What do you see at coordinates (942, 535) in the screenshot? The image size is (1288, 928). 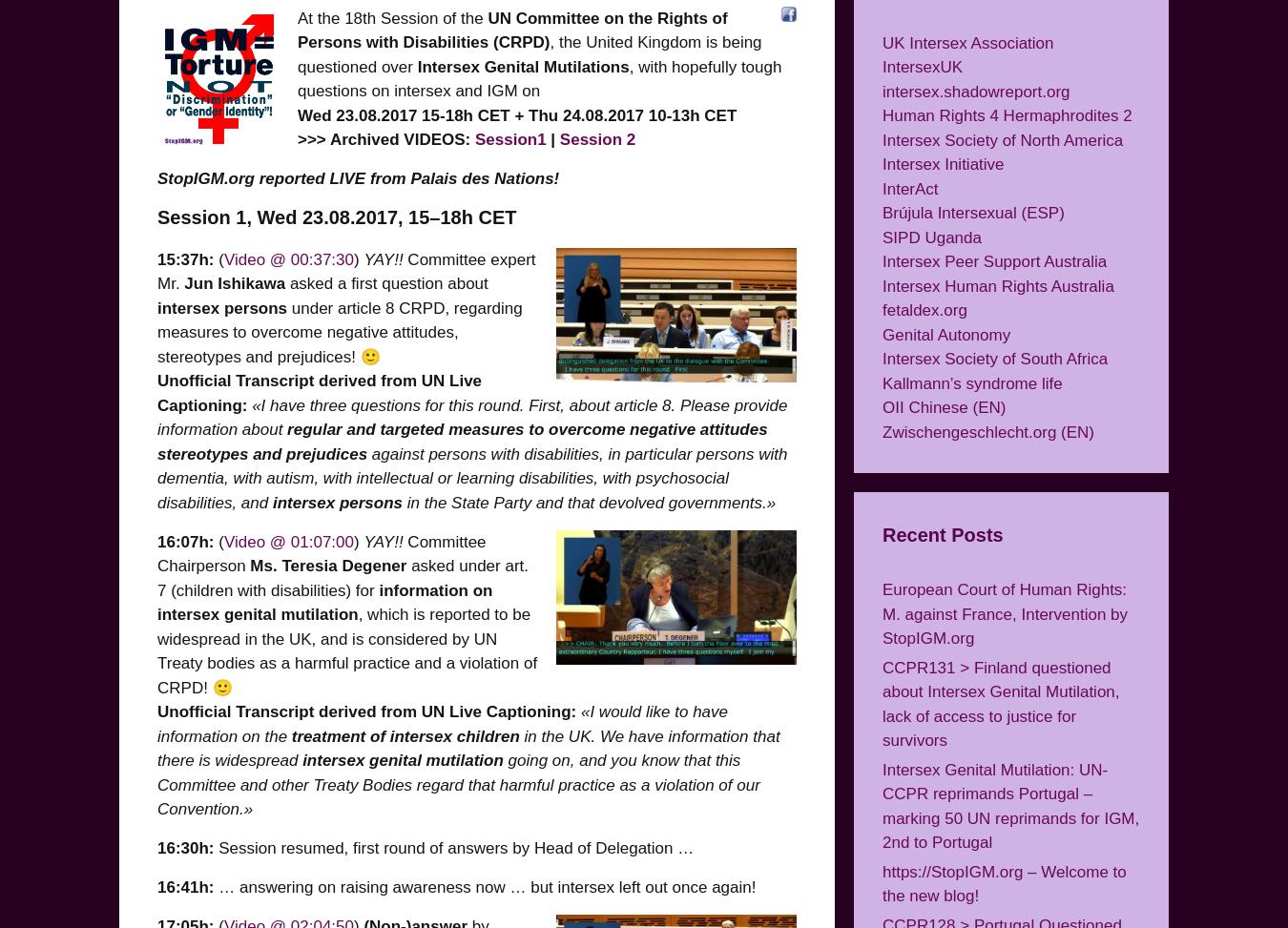 I see `'Recent Posts'` at bounding box center [942, 535].